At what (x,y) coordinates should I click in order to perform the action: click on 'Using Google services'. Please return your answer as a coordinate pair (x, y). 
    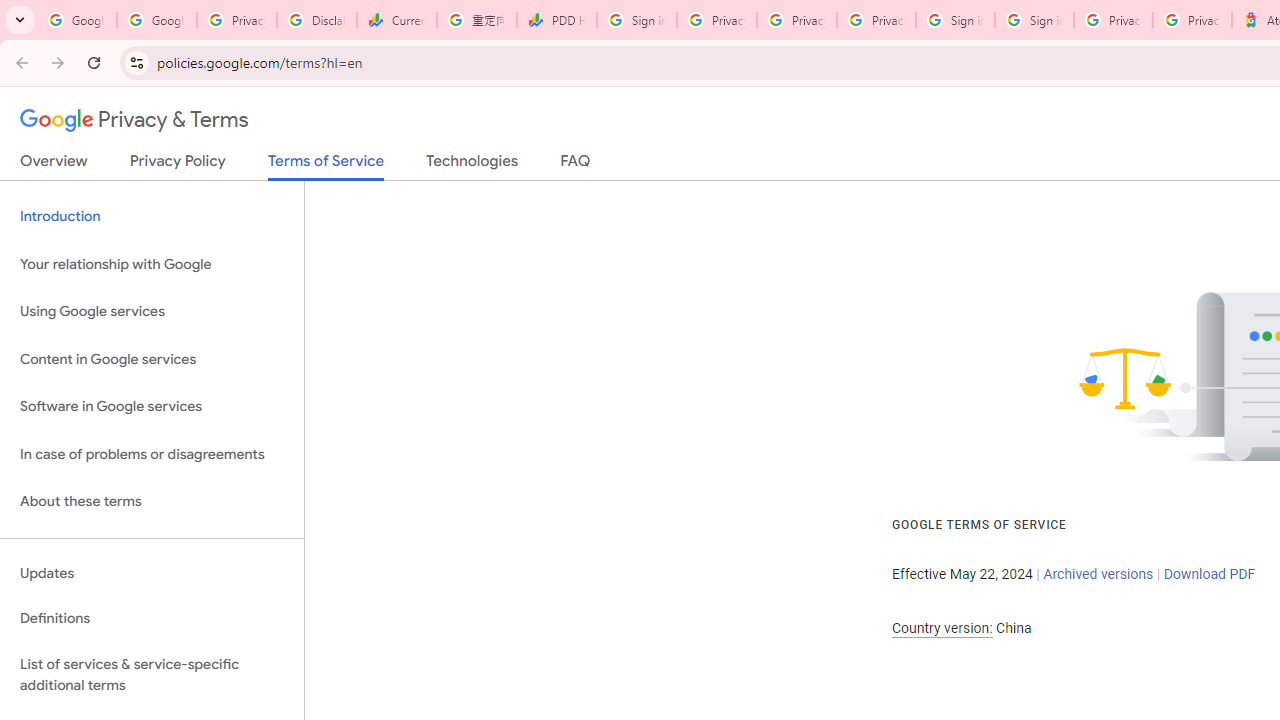
    Looking at the image, I should click on (151, 312).